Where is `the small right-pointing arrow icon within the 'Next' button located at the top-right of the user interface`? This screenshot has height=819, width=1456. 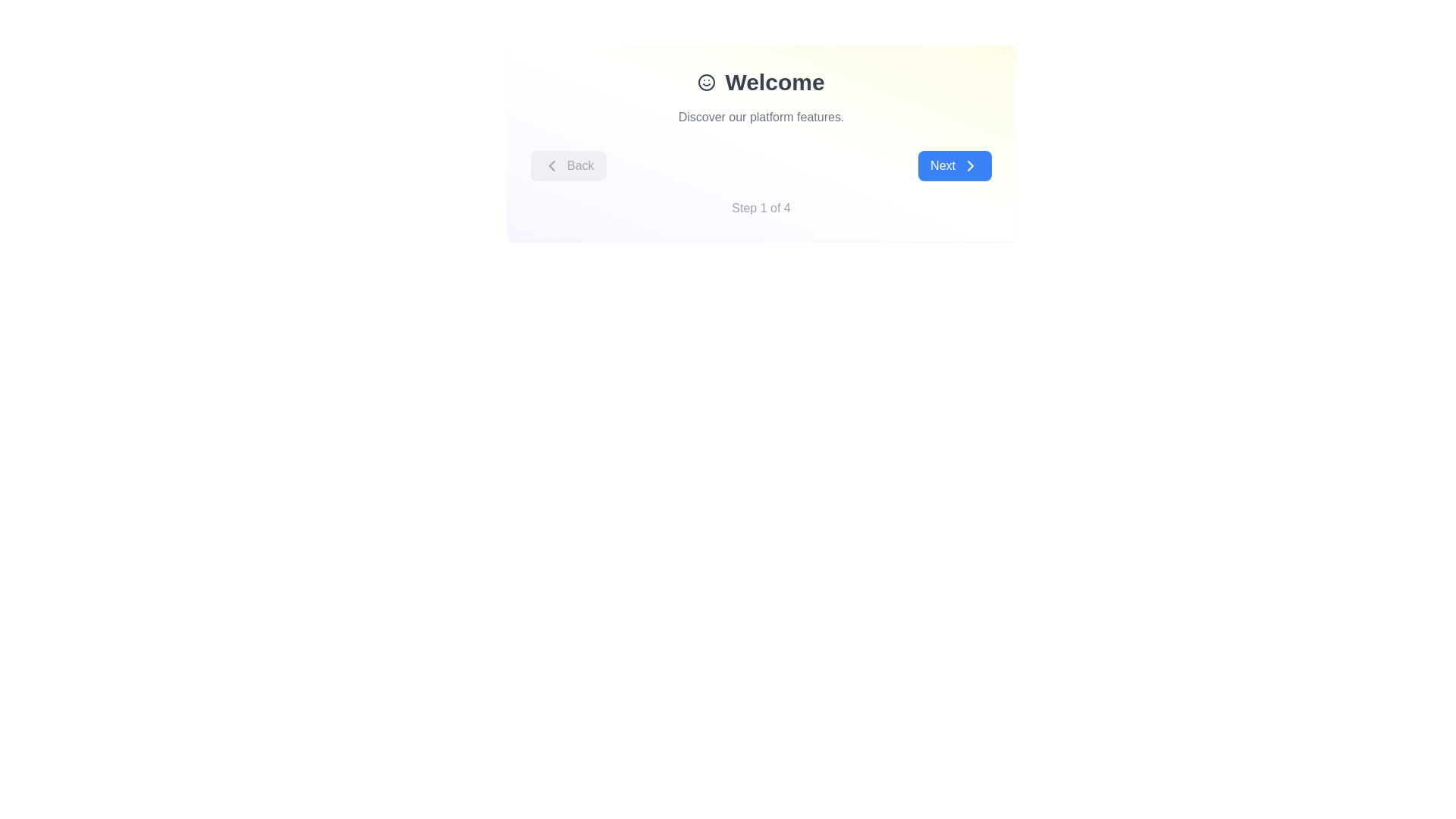 the small right-pointing arrow icon within the 'Next' button located at the top-right of the user interface is located at coordinates (971, 166).